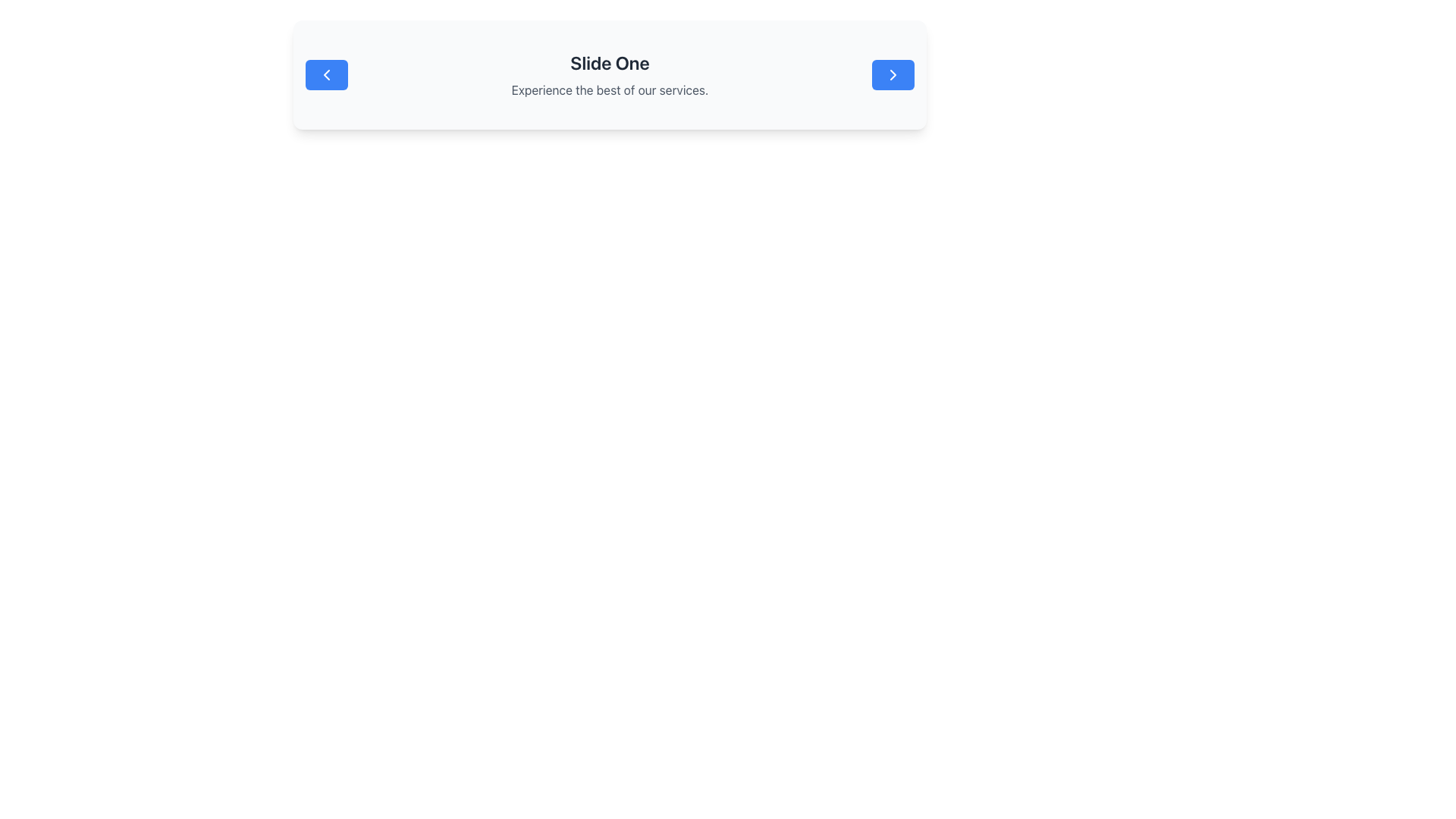 Image resolution: width=1456 pixels, height=819 pixels. What do you see at coordinates (326, 75) in the screenshot?
I see `the navigational button located in the top-left corner of the central toolbar to move to the previous item or page` at bounding box center [326, 75].